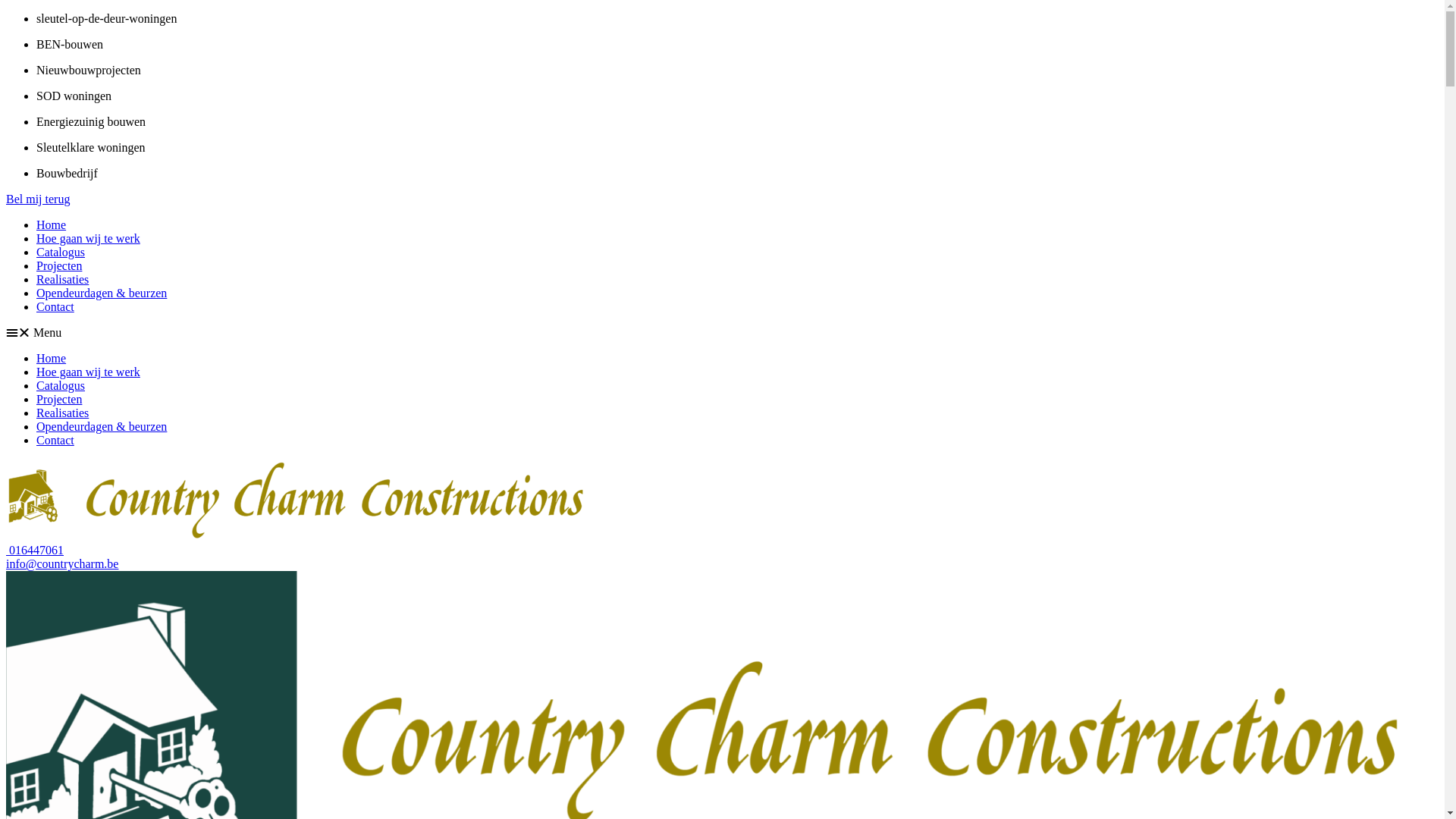 The image size is (1456, 819). I want to click on 'Contact', so click(55, 306).